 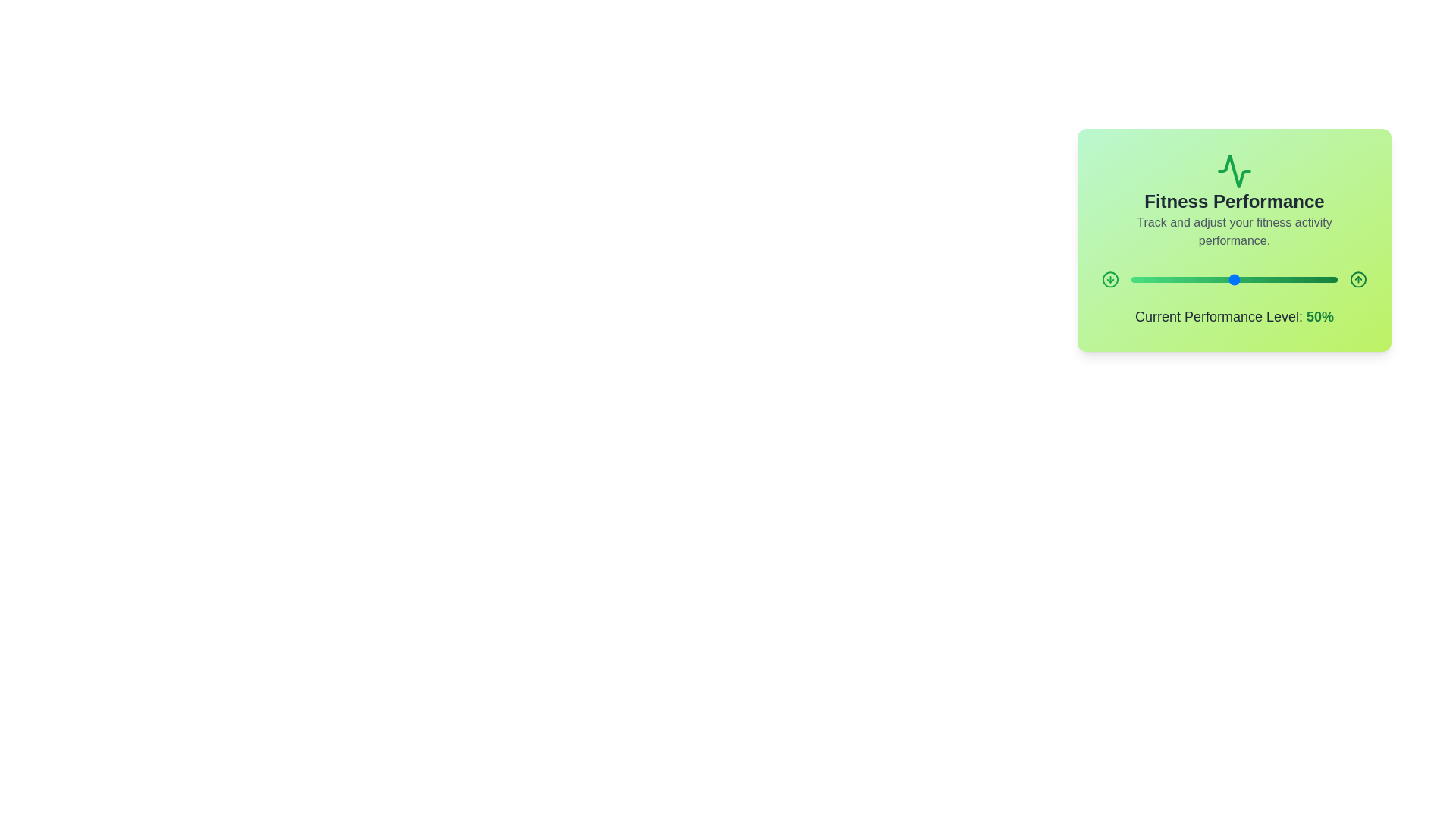 I want to click on the down arrow button to decrease the performance level, so click(x=1110, y=280).